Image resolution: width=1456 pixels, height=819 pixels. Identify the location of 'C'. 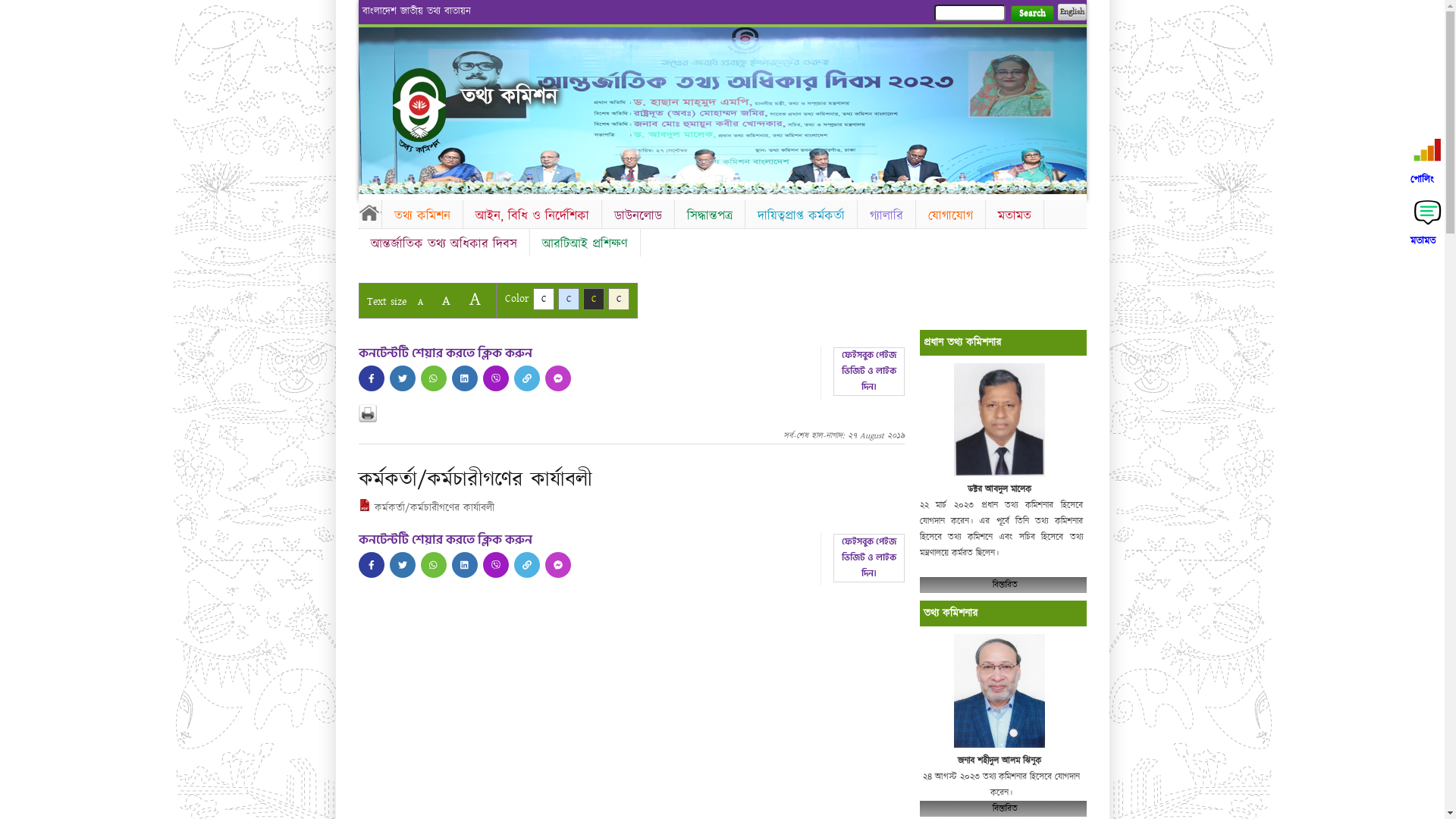
(567, 299).